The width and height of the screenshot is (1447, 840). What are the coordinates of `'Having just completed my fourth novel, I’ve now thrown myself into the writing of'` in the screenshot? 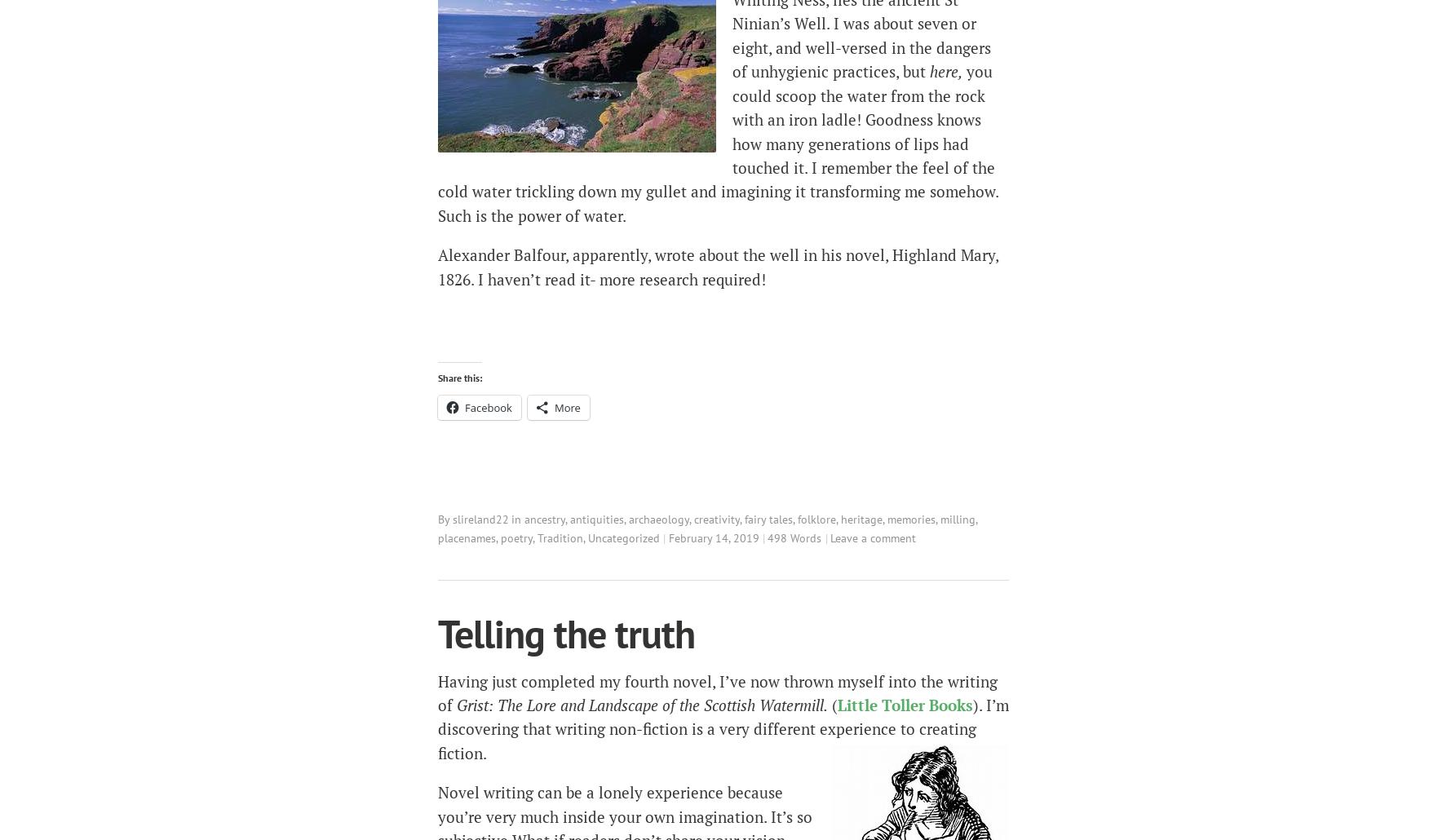 It's located at (718, 692).